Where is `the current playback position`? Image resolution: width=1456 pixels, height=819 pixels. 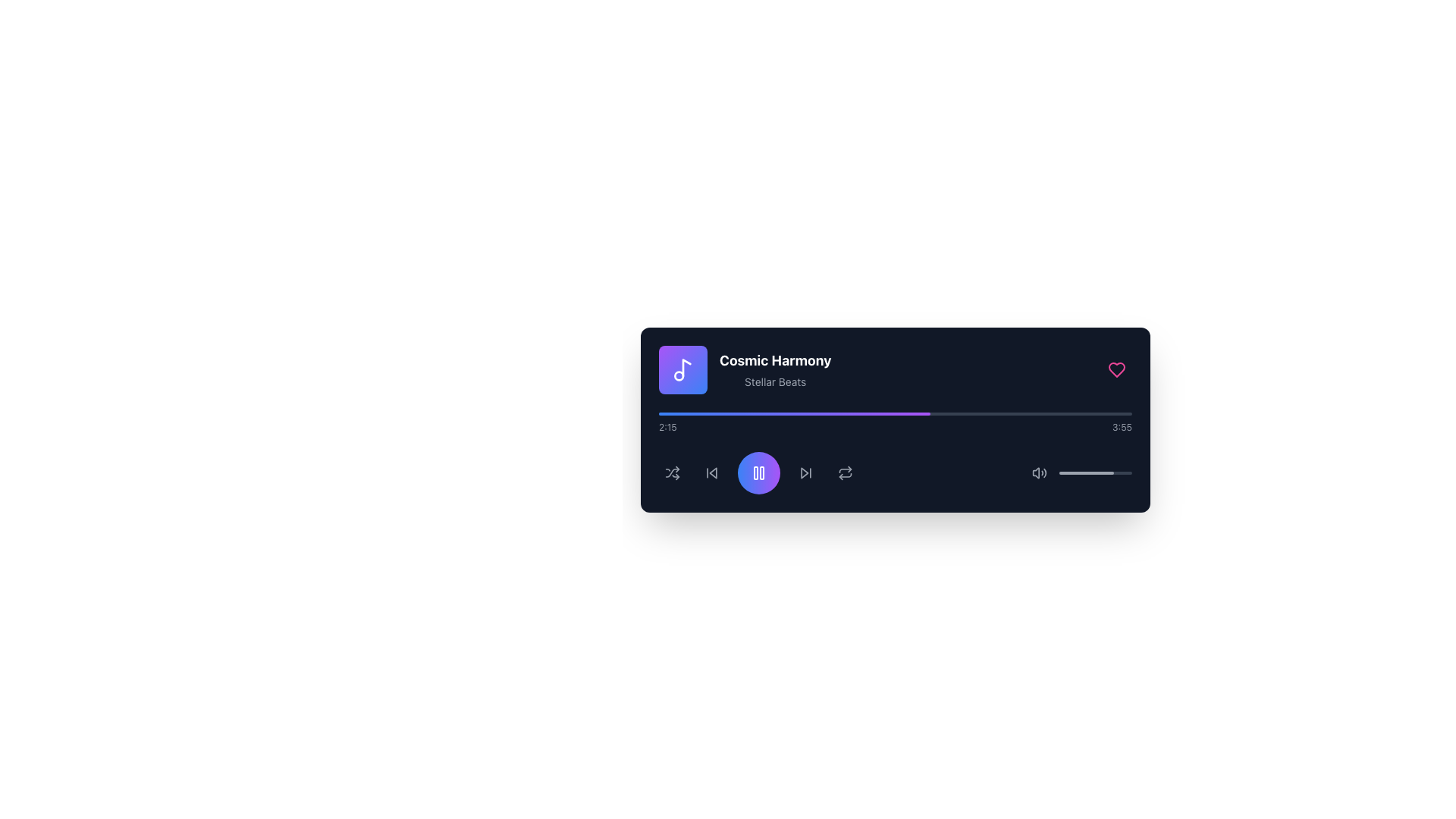 the current playback position is located at coordinates (1061, 414).